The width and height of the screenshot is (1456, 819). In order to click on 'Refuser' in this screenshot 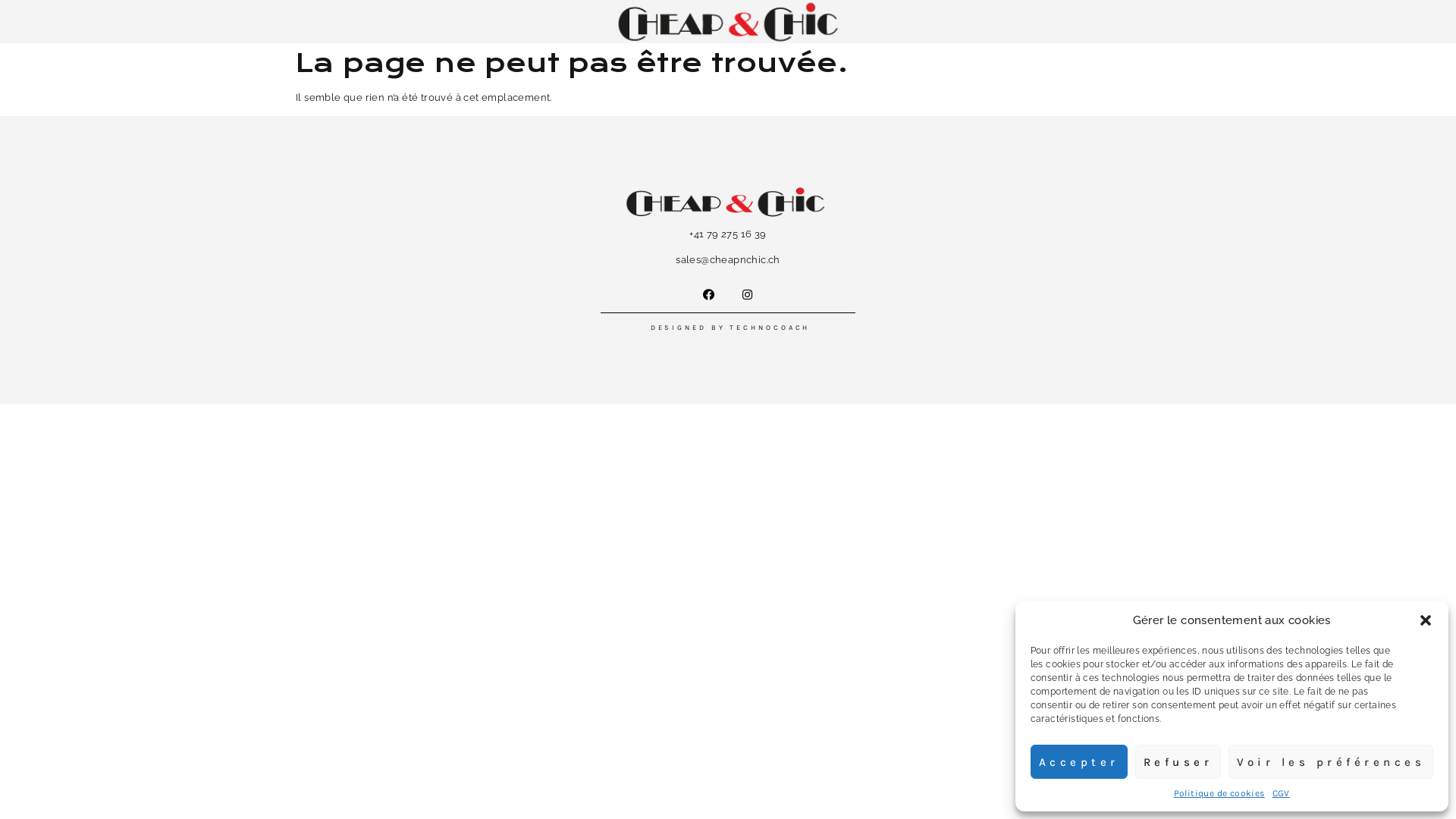, I will do `click(1177, 761)`.